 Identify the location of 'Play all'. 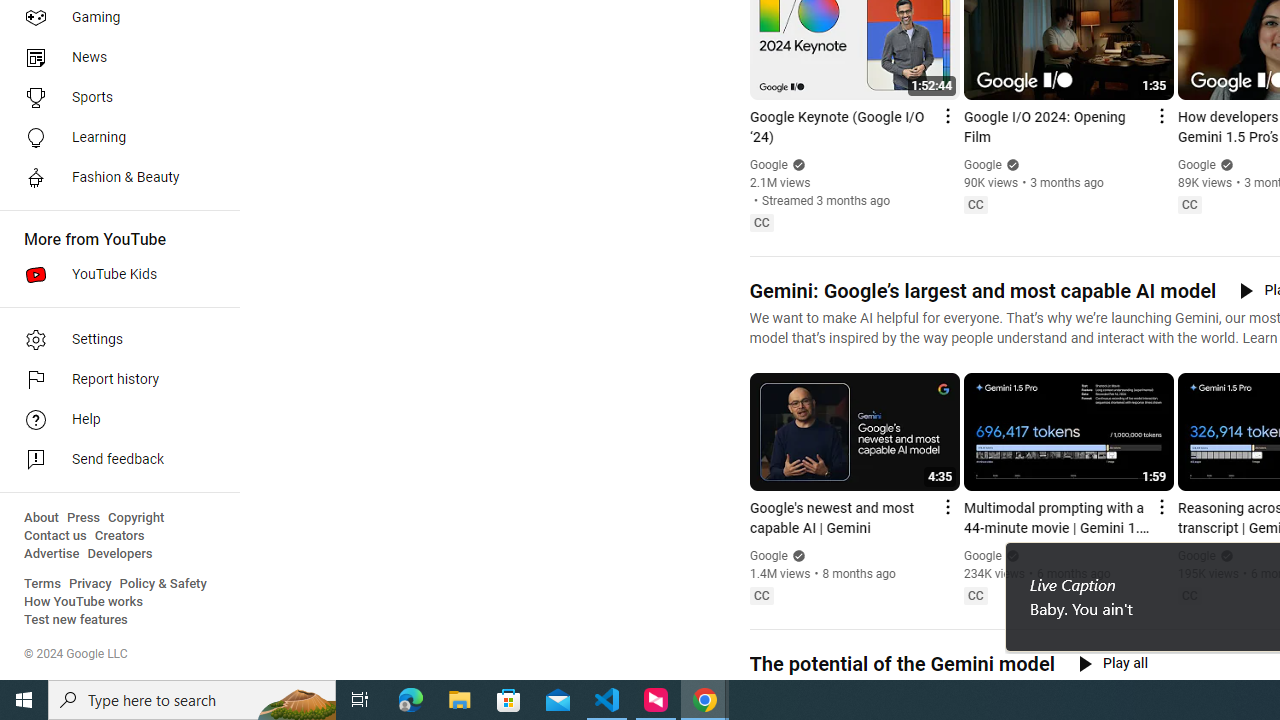
(1112, 663).